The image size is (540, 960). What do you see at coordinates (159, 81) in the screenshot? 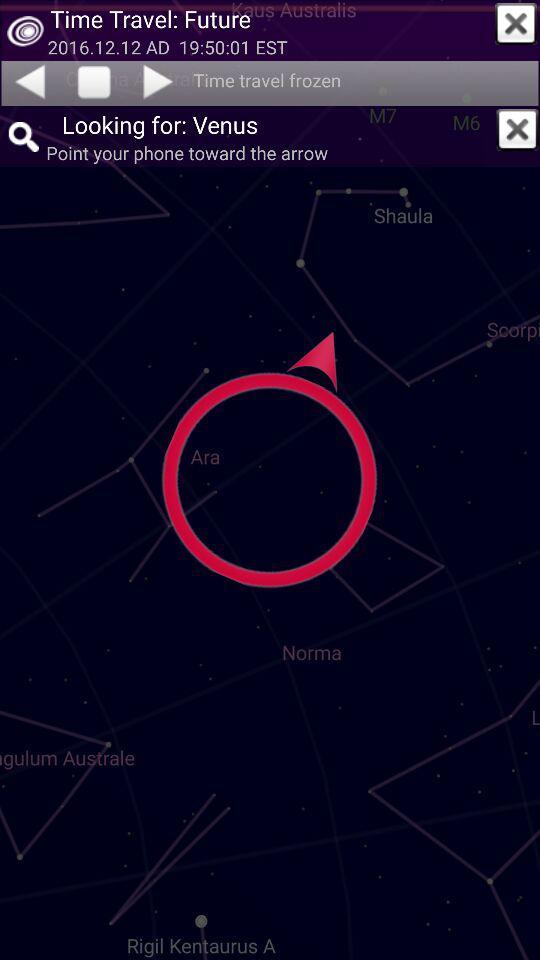
I see `move forward` at bounding box center [159, 81].